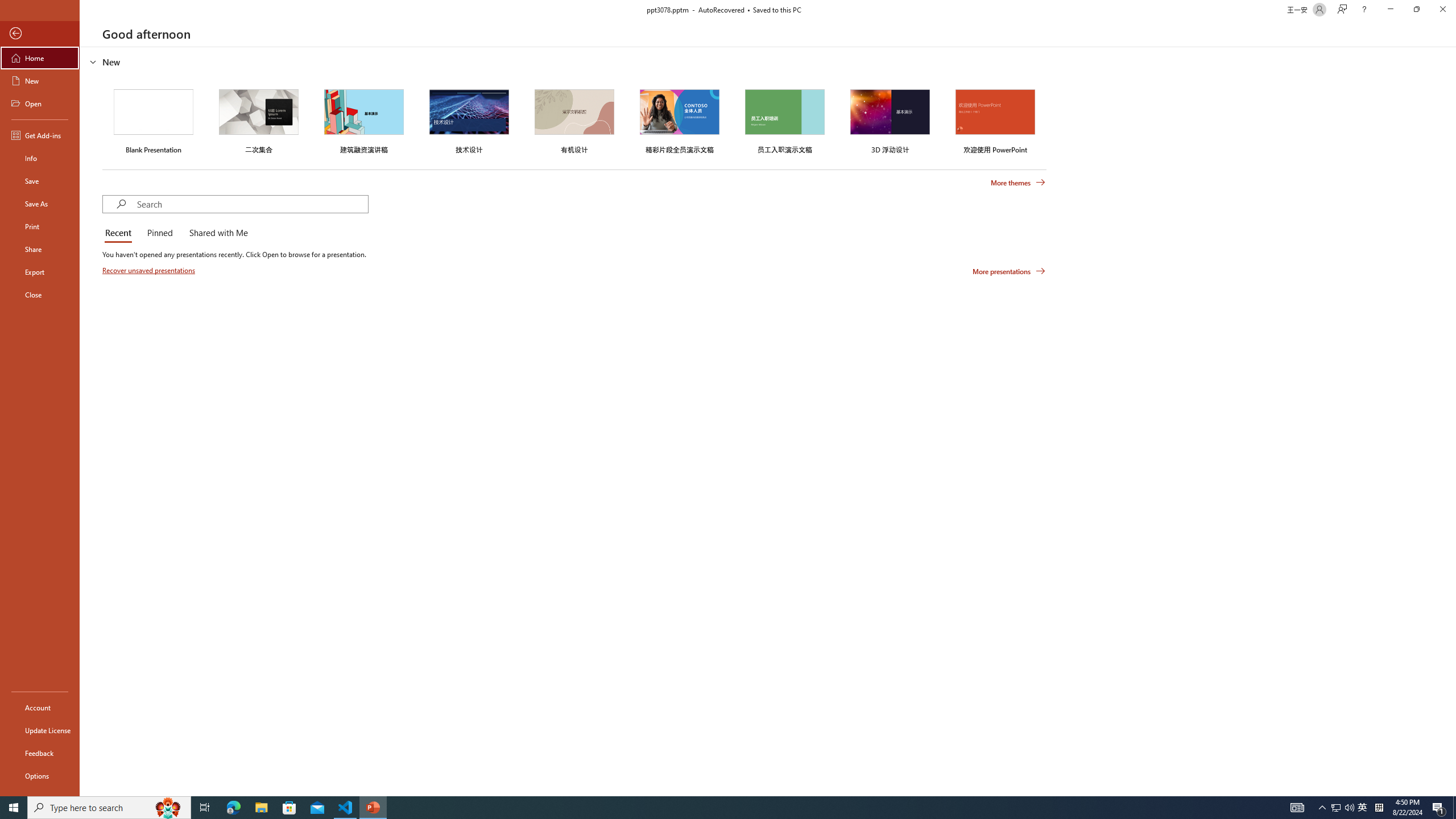 Image resolution: width=1456 pixels, height=819 pixels. I want to click on 'New', so click(39, 80).